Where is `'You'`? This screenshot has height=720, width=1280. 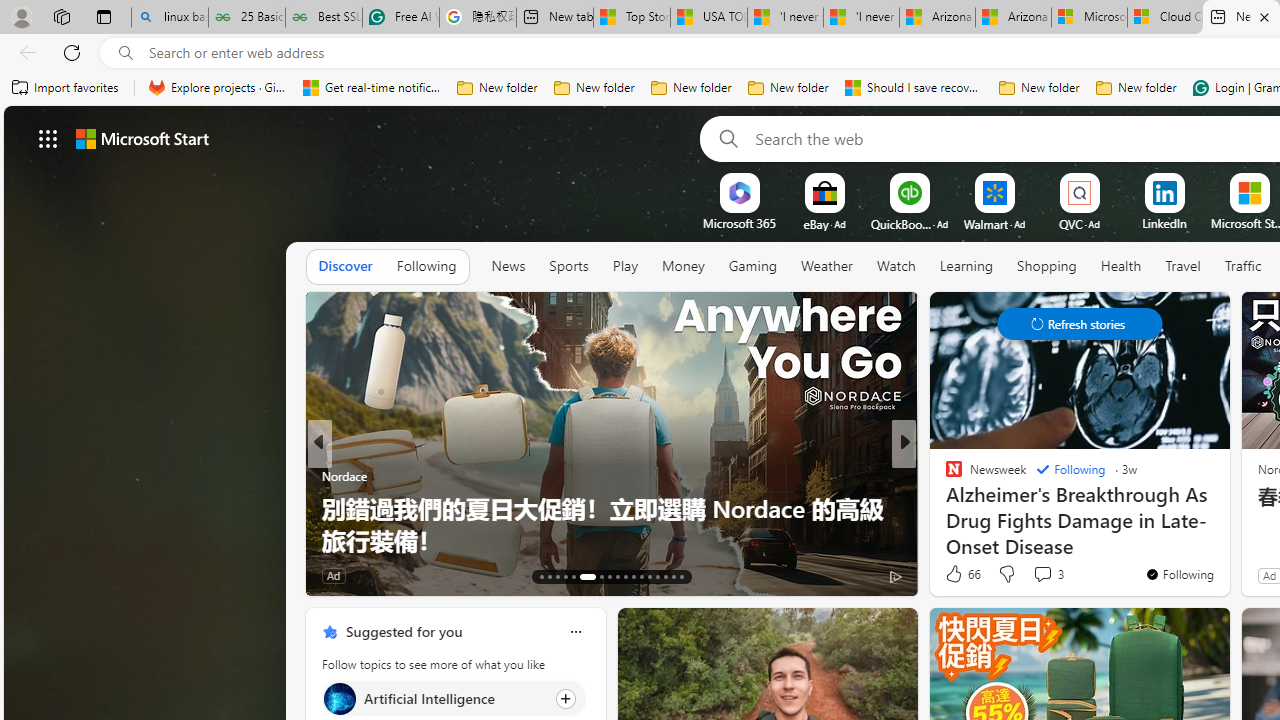 'You' is located at coordinates (1179, 573).